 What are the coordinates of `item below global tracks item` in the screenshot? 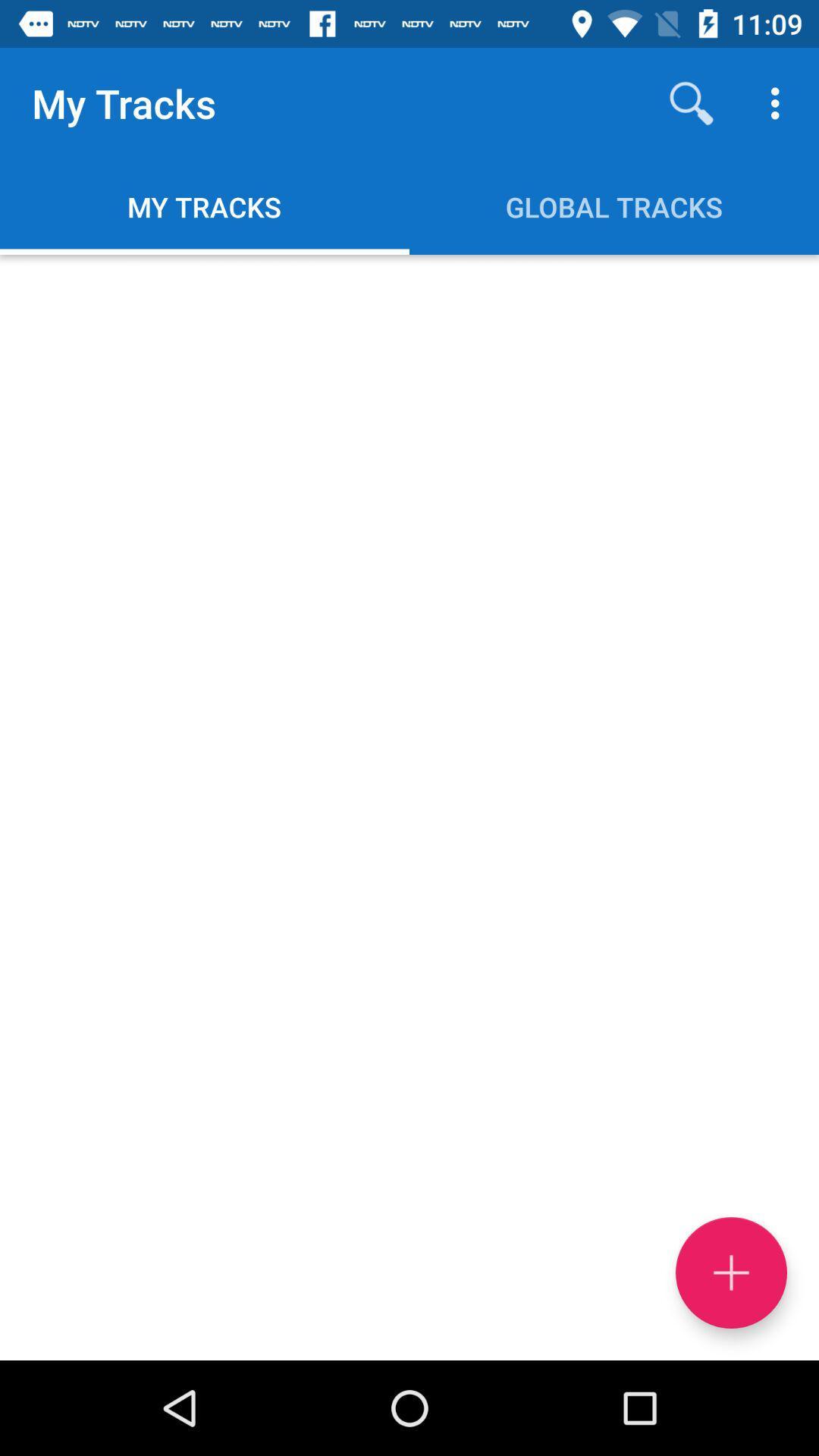 It's located at (730, 1272).